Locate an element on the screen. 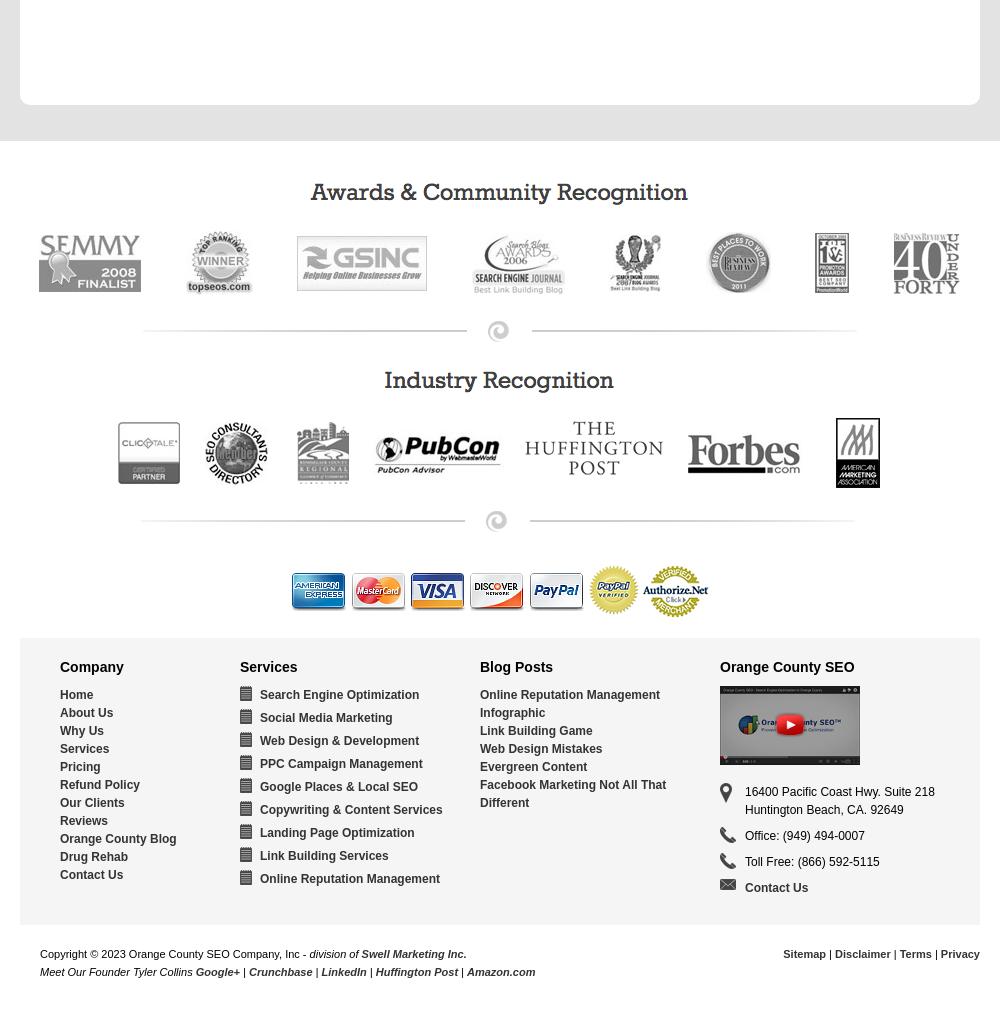  'Drug Rehab' is located at coordinates (93, 856).